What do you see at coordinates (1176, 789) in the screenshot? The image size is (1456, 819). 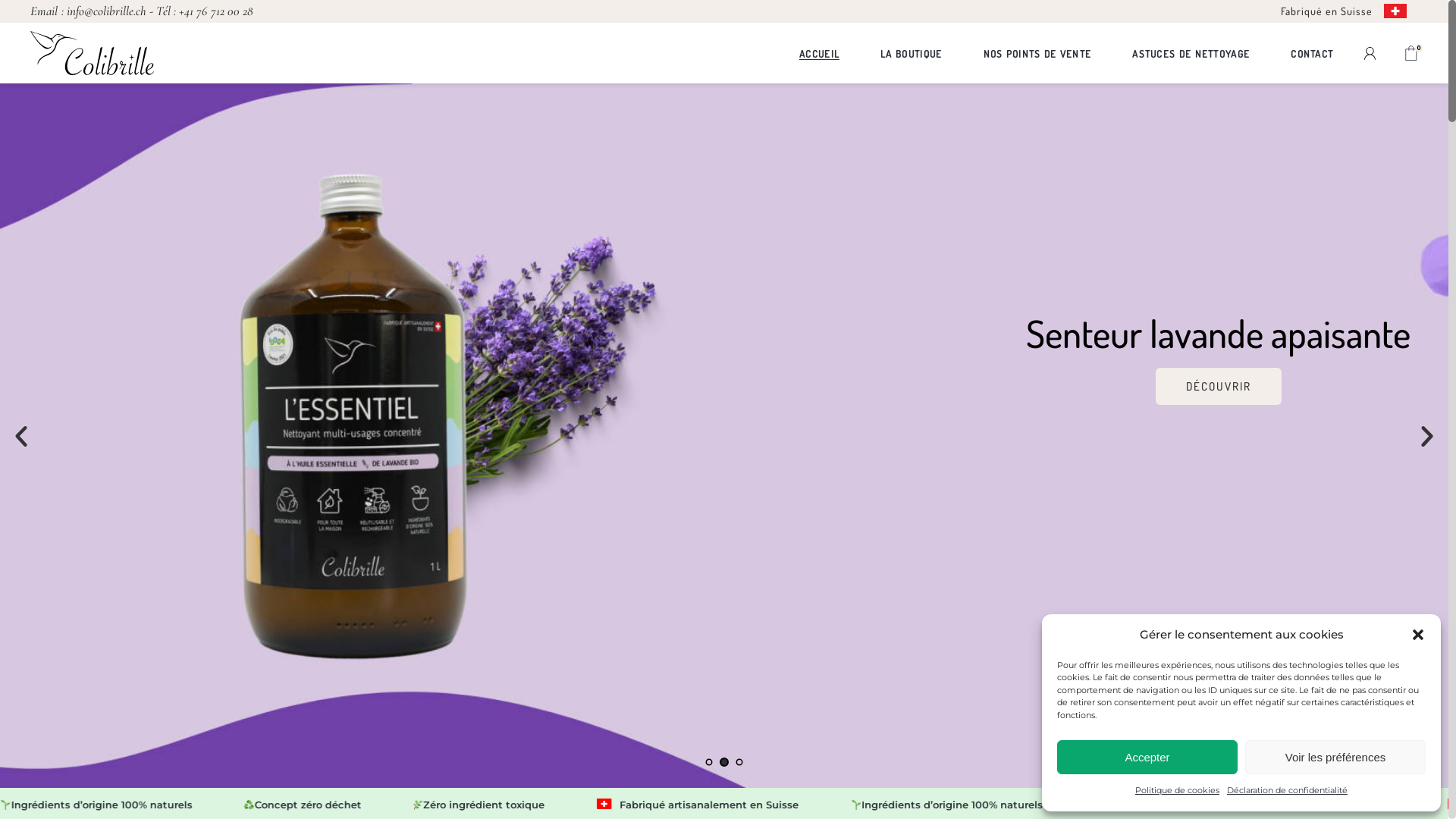 I see `'Politique de cookies'` at bounding box center [1176, 789].